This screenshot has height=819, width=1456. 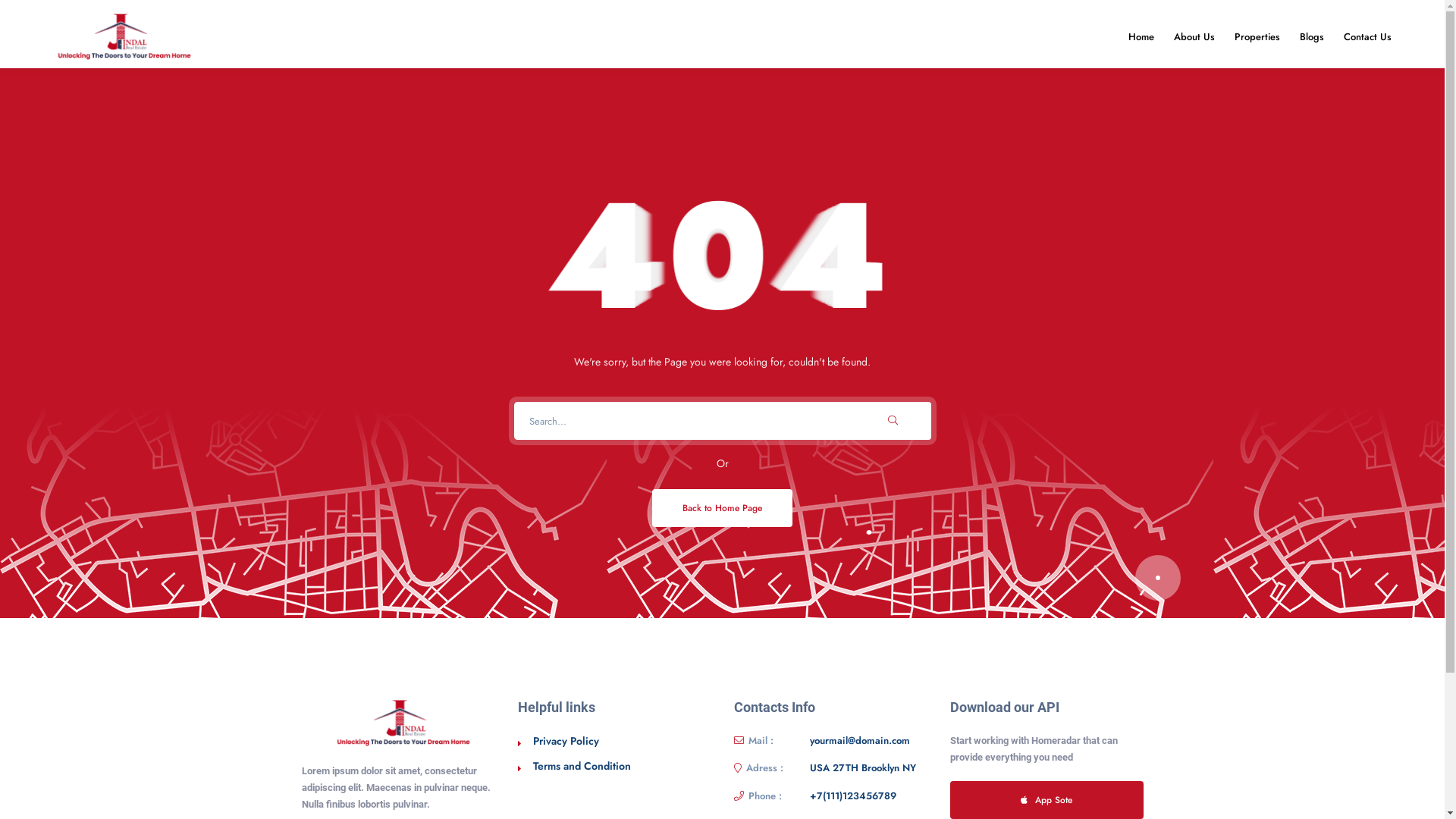 I want to click on 'Back to Home Page', so click(x=721, y=508).